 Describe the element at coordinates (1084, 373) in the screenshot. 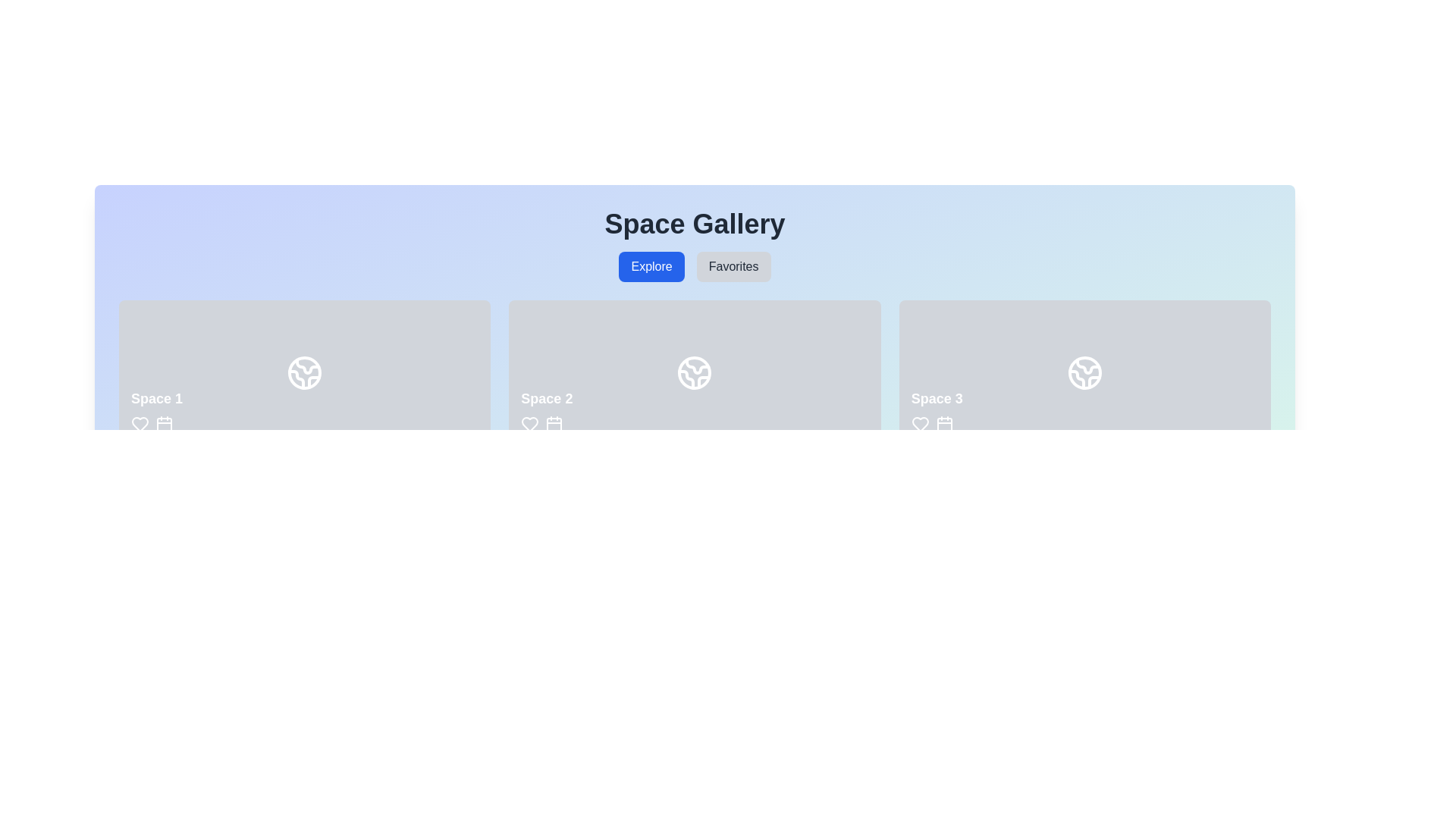

I see `the decorative SVG circle element that is part of the globe icon in the 'Space 3' box of the horizontally arranged gallery` at that location.